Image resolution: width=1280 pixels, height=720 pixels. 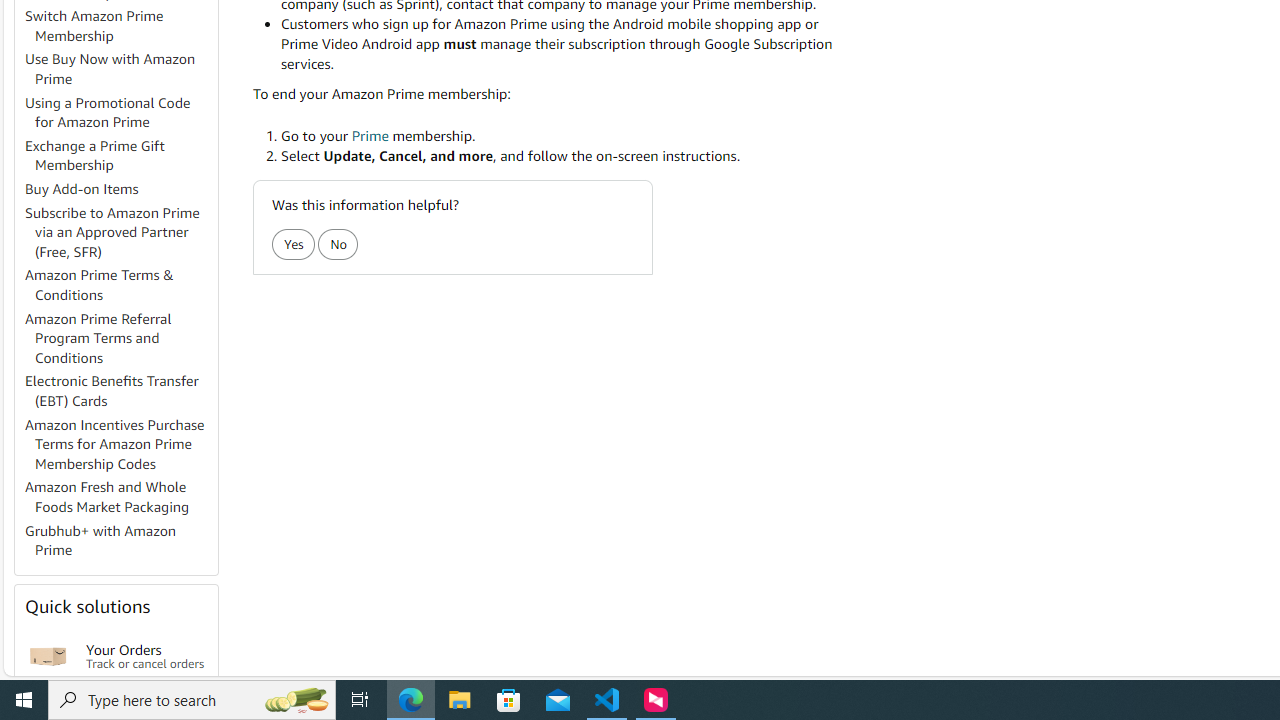 What do you see at coordinates (106, 496) in the screenshot?
I see `'Amazon Fresh and Whole Foods Market Packaging'` at bounding box center [106, 496].